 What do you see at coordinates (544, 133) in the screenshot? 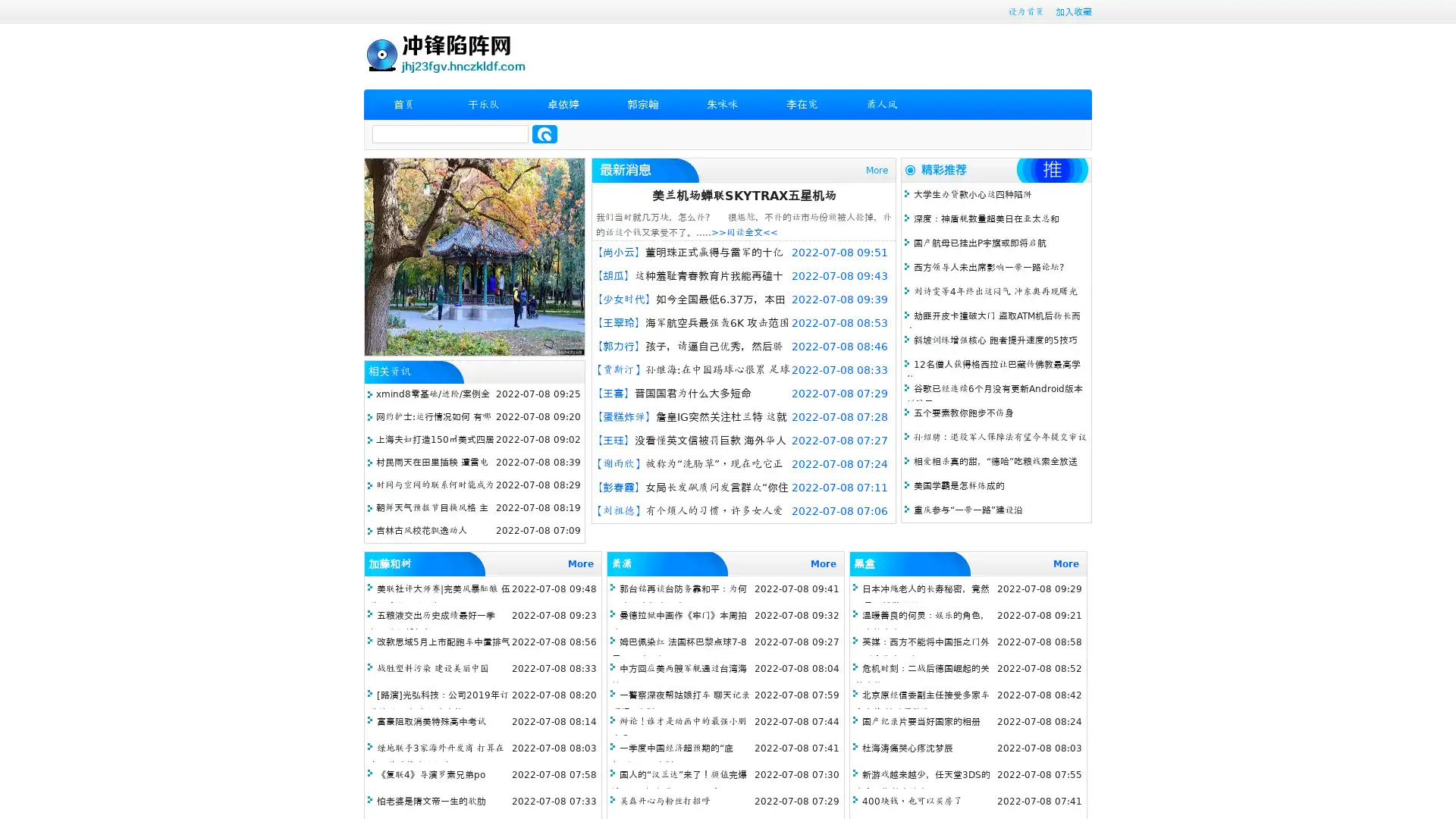
I see `Search` at bounding box center [544, 133].